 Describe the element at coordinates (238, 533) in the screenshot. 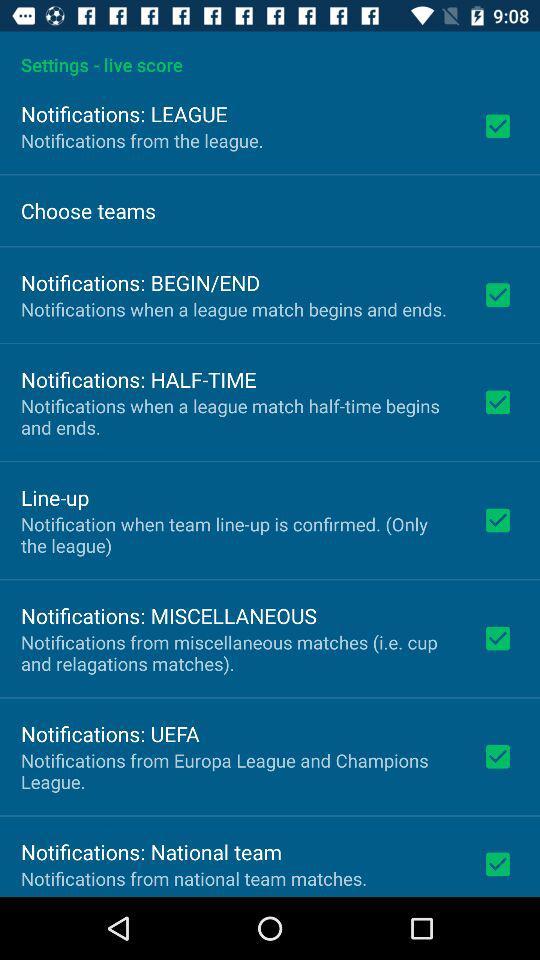

I see `the app below line-up icon` at that location.